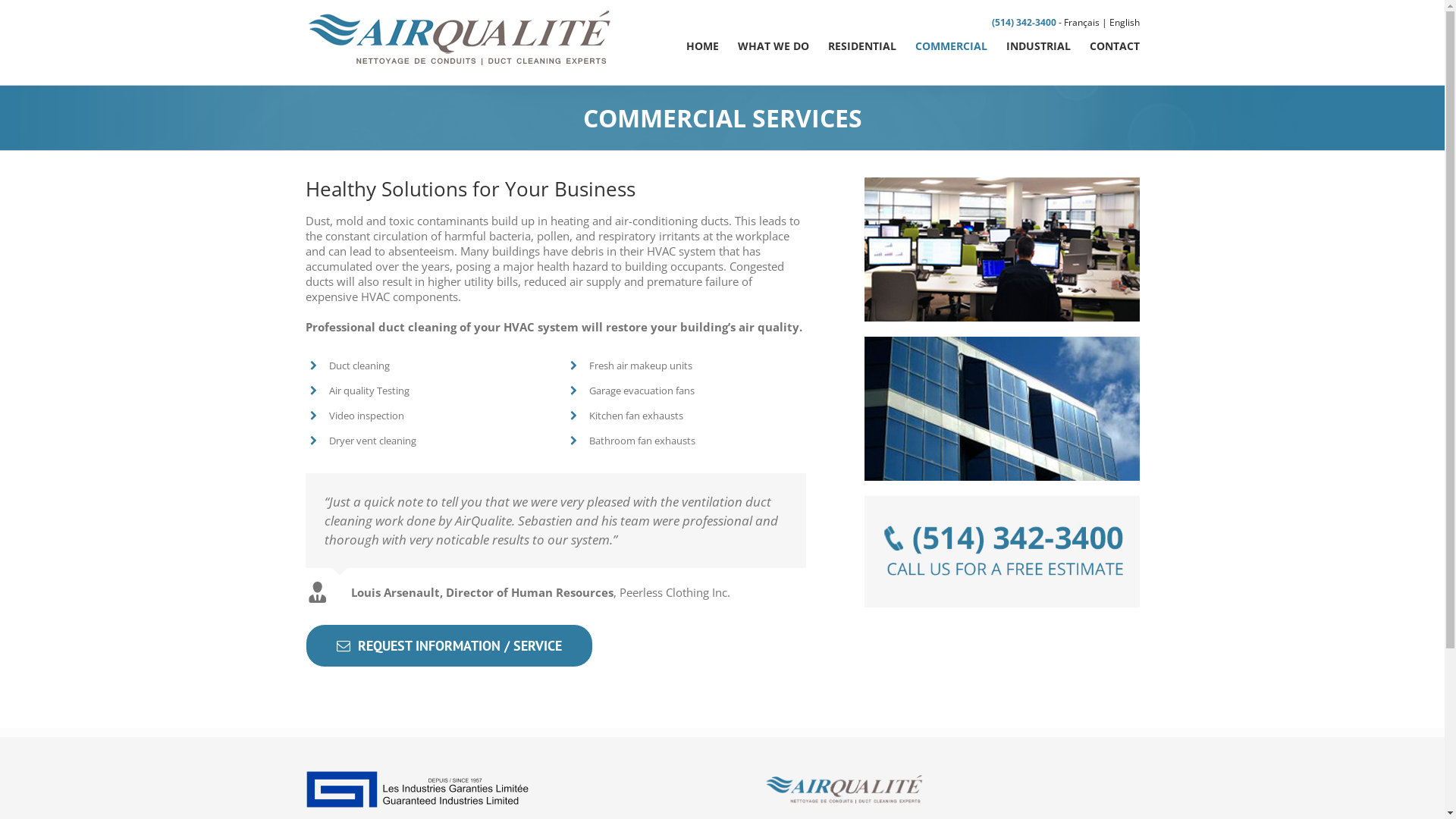  I want to click on 'English', so click(1124, 22).